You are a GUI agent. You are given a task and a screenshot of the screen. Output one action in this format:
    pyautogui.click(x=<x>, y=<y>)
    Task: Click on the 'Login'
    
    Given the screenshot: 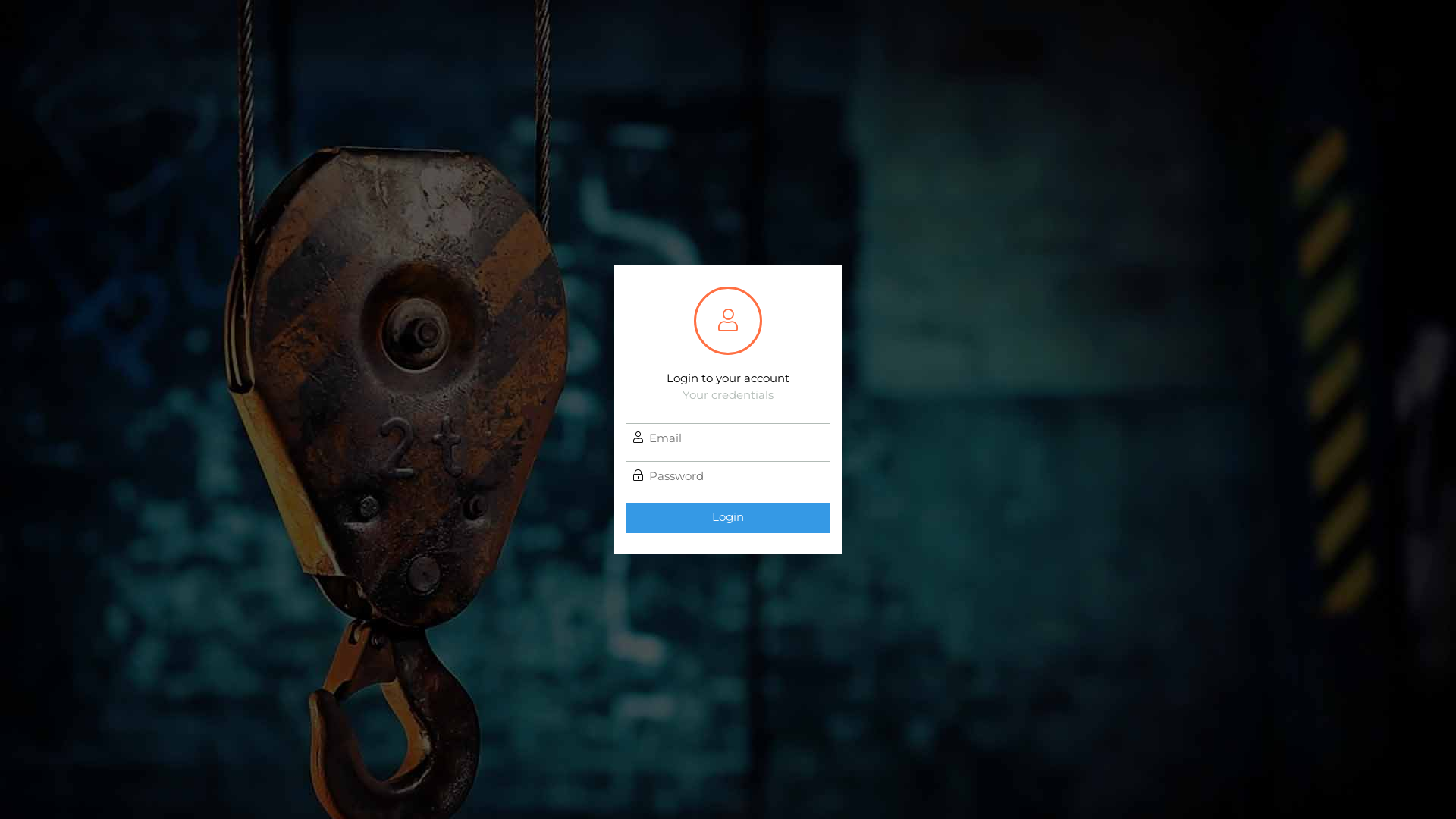 What is the action you would take?
    pyautogui.click(x=728, y=516)
    